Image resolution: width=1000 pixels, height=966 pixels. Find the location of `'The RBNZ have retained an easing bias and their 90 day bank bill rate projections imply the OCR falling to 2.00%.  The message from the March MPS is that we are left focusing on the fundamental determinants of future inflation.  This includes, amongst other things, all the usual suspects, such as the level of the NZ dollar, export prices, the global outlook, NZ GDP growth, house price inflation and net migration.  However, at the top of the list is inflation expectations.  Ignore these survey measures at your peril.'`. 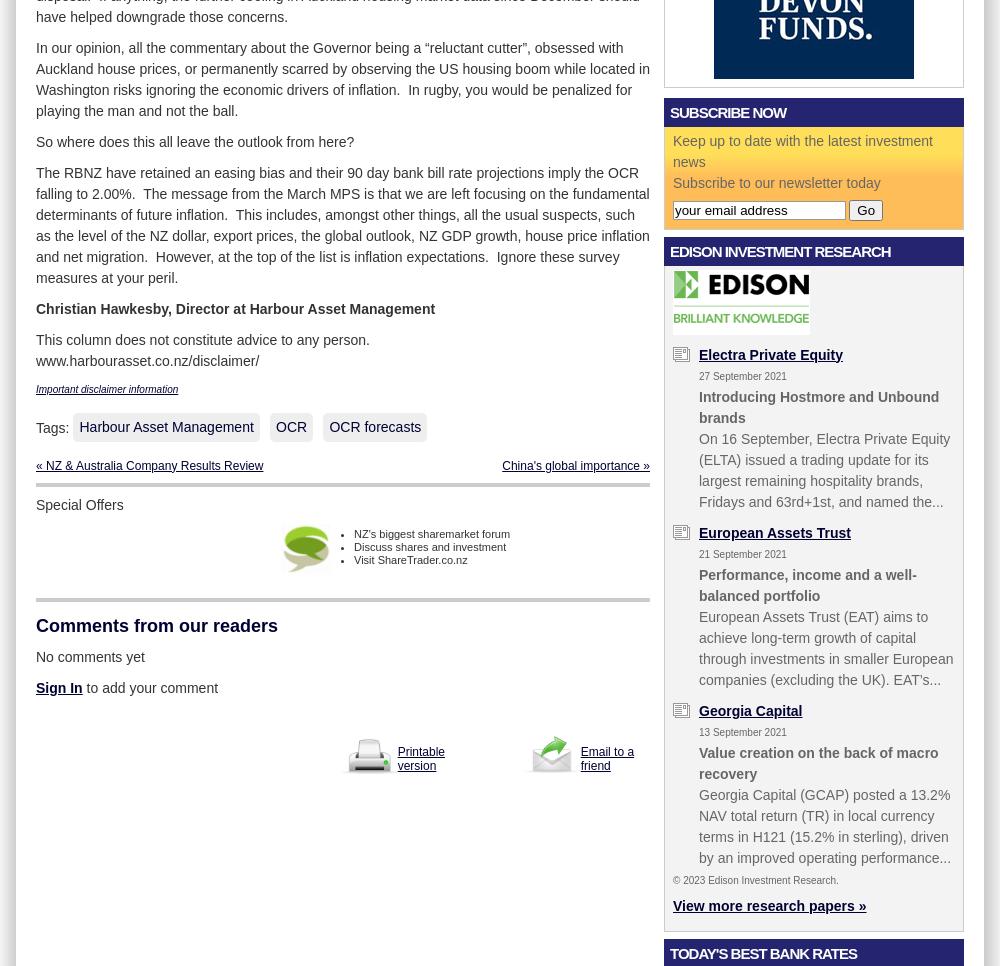

'The RBNZ have retained an easing bias and their 90 day bank bill rate projections imply the OCR falling to 2.00%.  The message from the March MPS is that we are left focusing on the fundamental determinants of future inflation.  This includes, amongst other things, all the usual suspects, such as the level of the NZ dollar, export prices, the global outlook, NZ GDP growth, house price inflation and net migration.  However, at the top of the list is inflation expectations.  Ignore these survey measures at your peril.' is located at coordinates (36, 223).